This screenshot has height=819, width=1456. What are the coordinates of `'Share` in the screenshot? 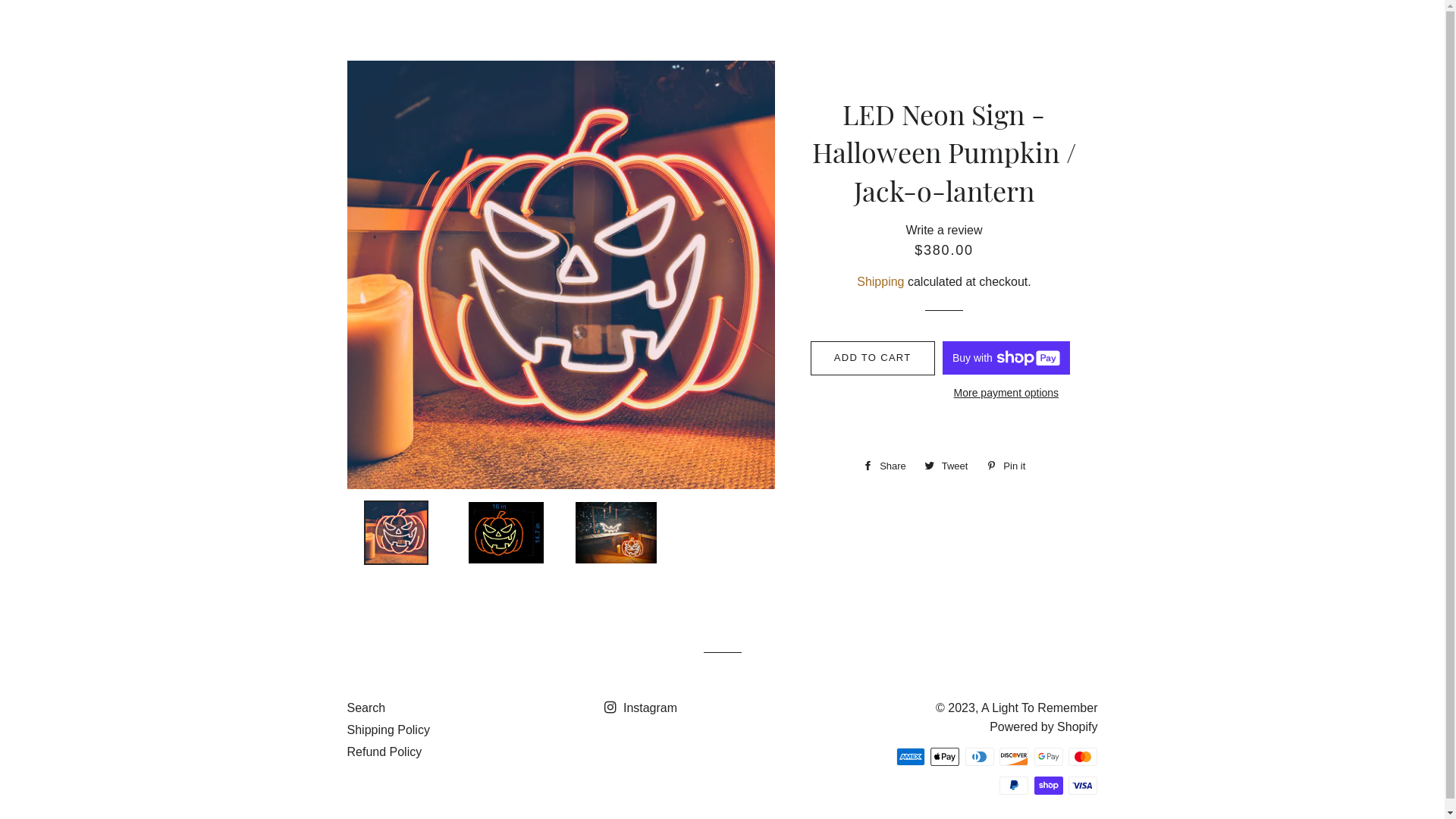 It's located at (884, 465).